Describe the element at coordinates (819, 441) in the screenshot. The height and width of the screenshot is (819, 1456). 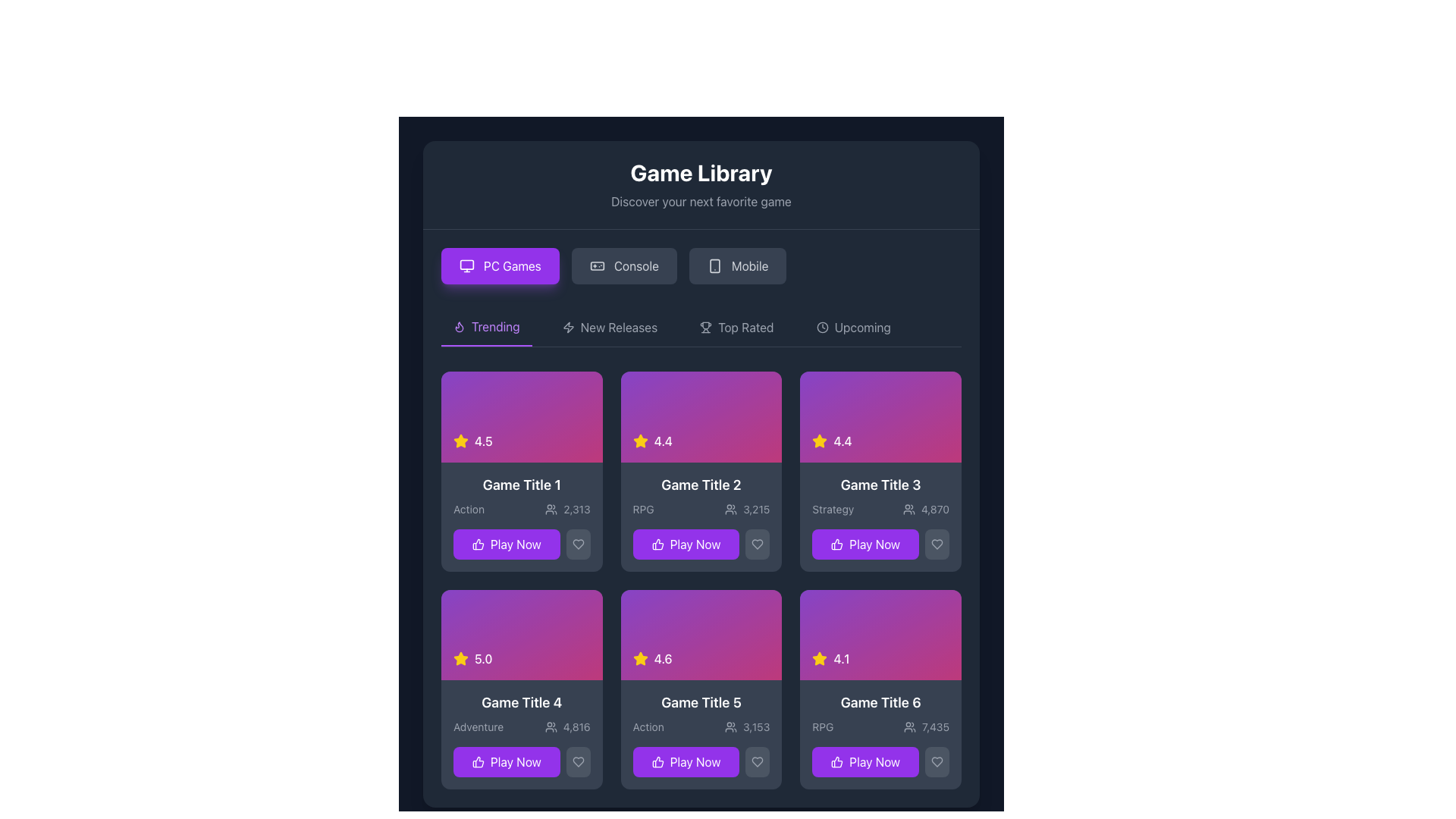
I see `the vibrant yellow star icon located in the bottom-left corner of the card for 'Game Title 3'` at that location.